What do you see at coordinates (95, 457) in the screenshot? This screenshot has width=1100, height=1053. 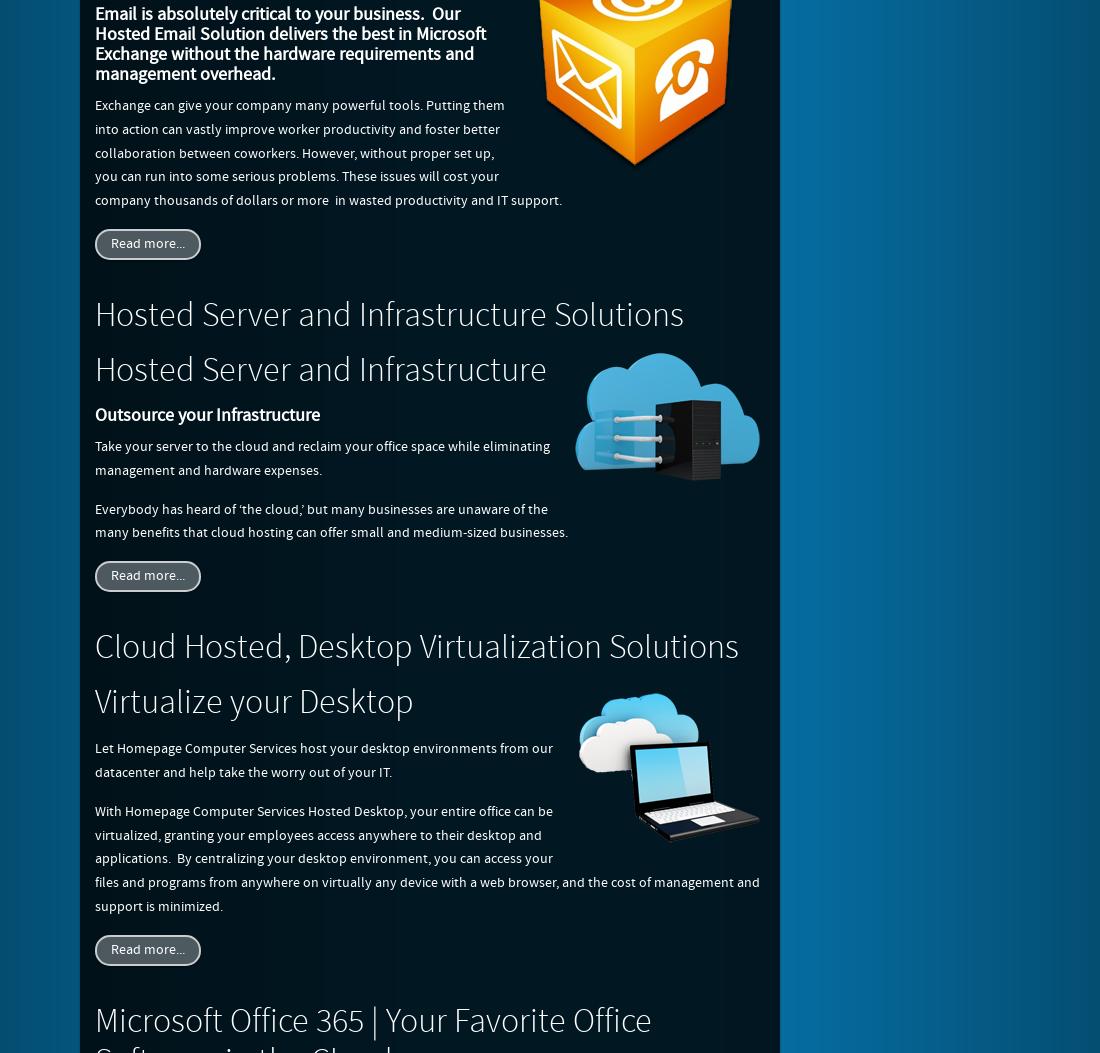 I see `'Take your server to the cloud and reclaim your office space while eliminating management and hardware expenses.'` at bounding box center [95, 457].